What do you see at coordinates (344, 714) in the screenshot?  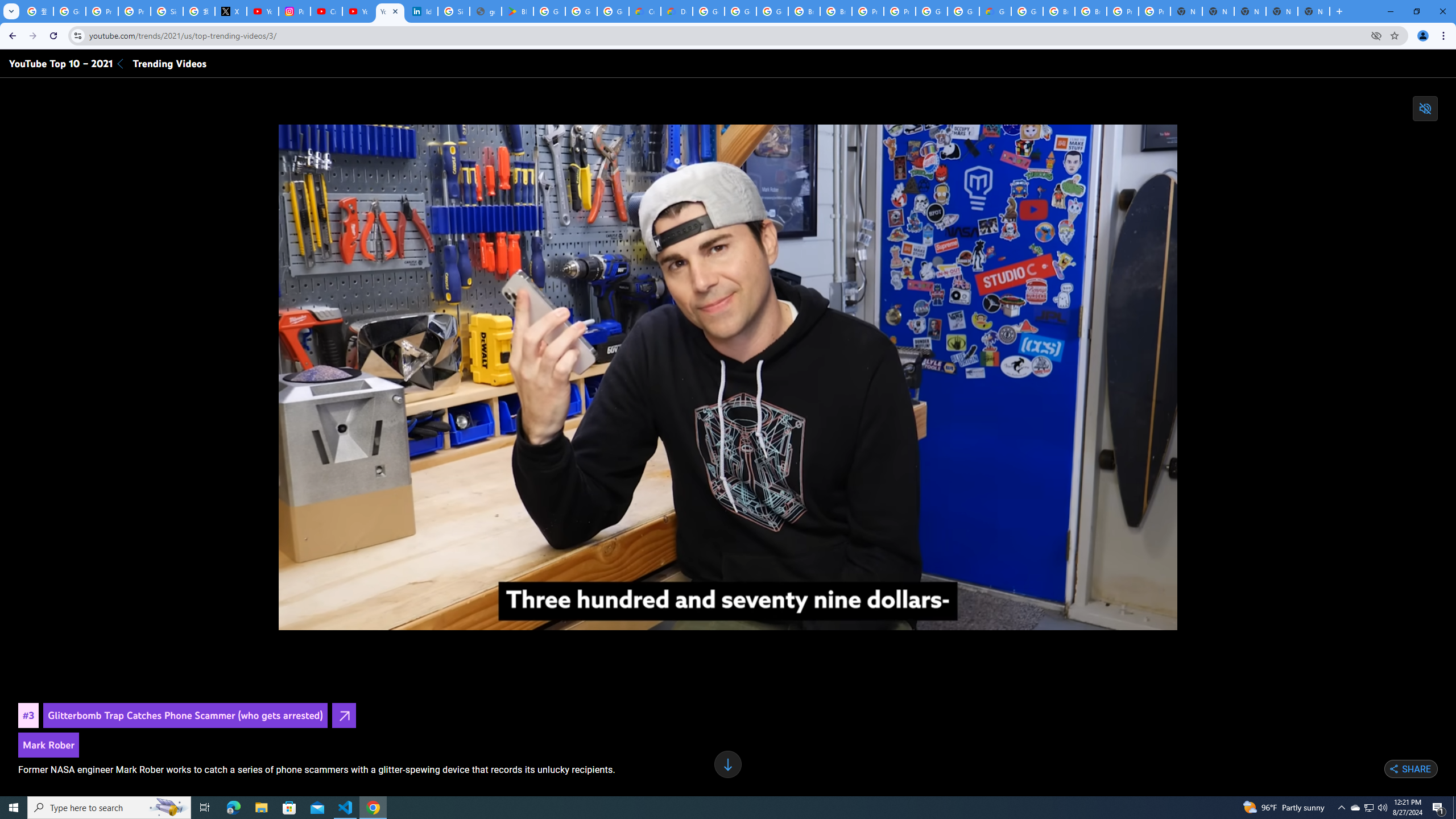 I see `'Open in YouTube'` at bounding box center [344, 714].